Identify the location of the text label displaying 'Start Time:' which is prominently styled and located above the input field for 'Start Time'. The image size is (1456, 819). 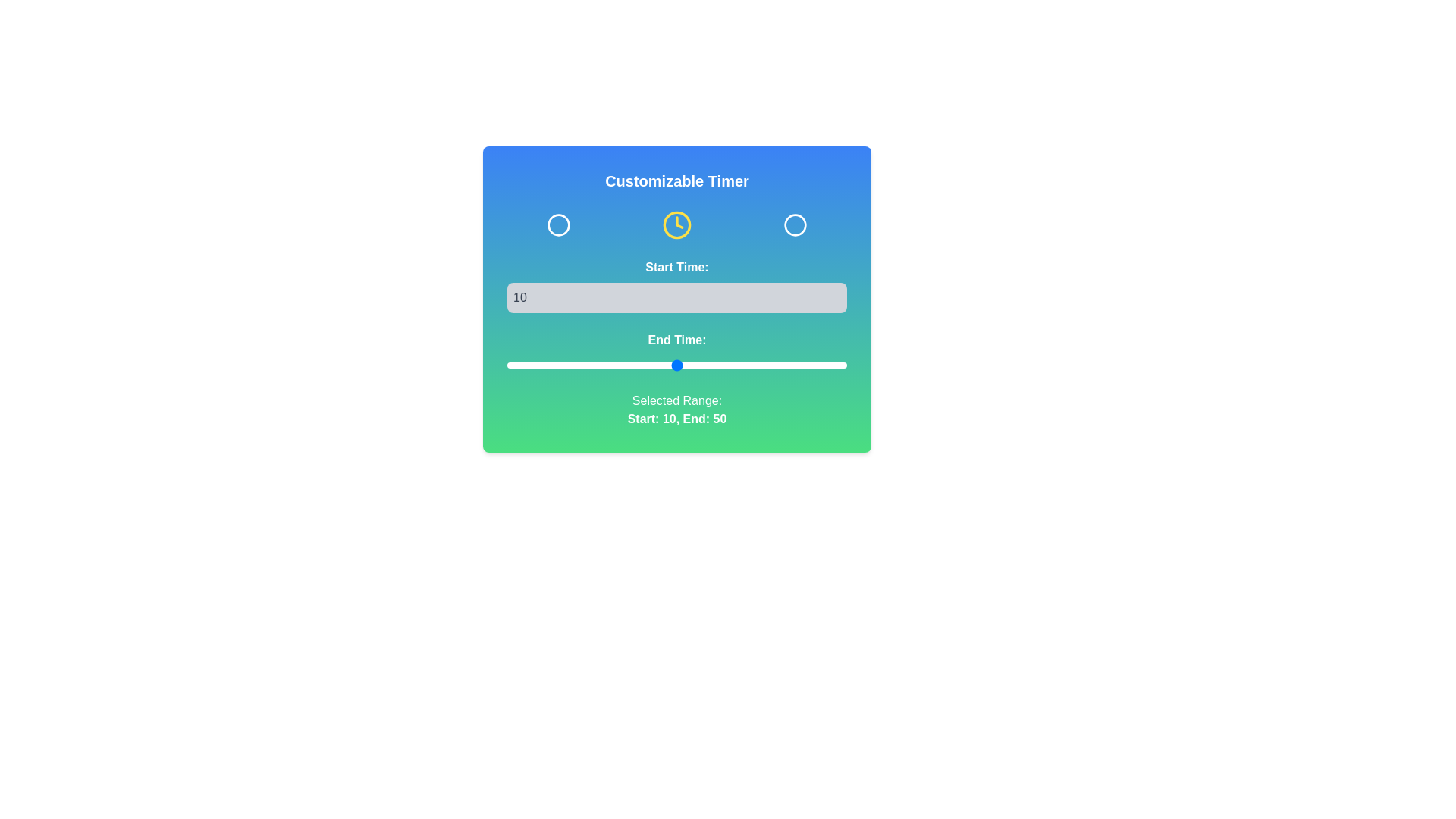
(676, 267).